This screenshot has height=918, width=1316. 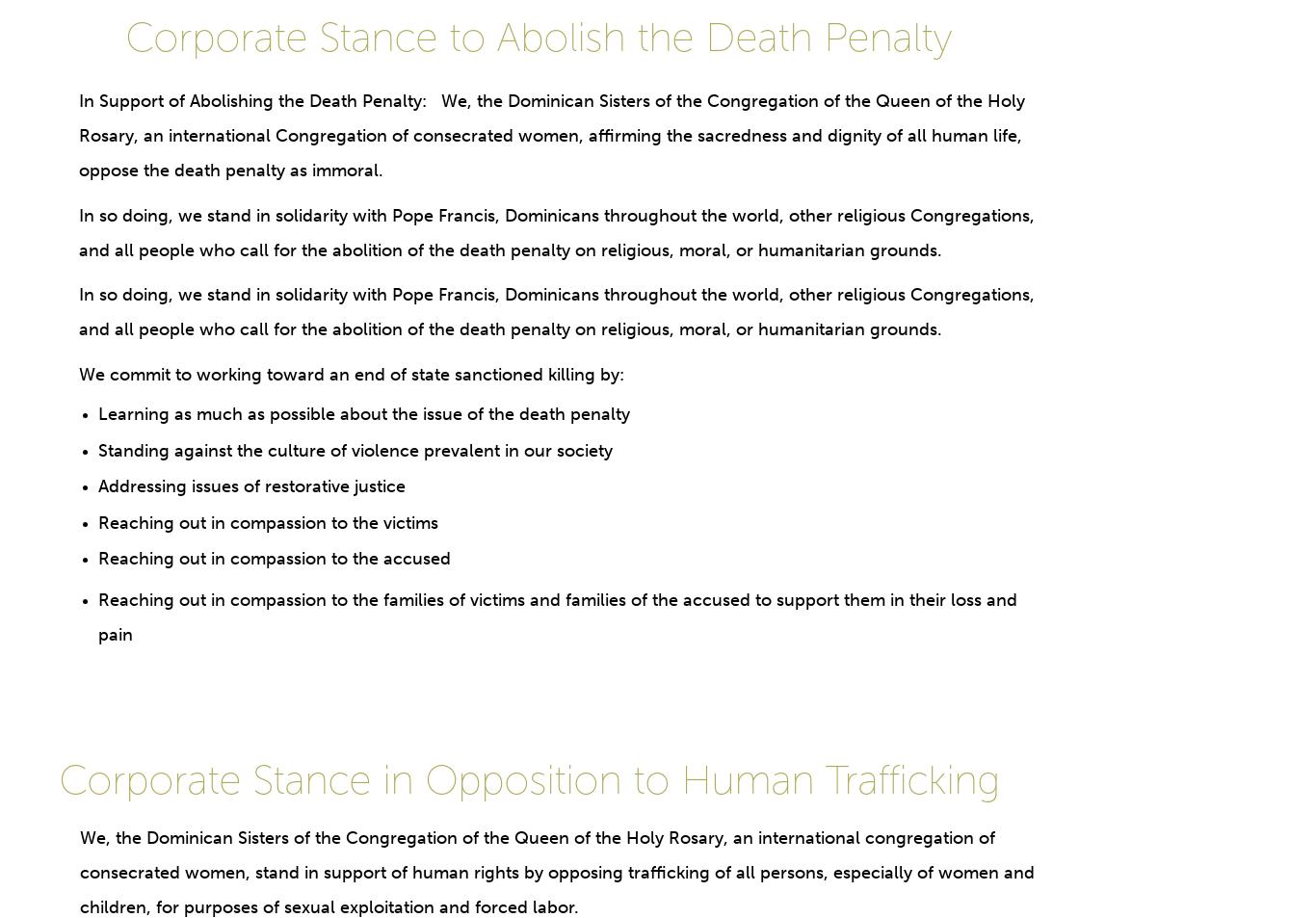 I want to click on 'Standing against the culture of violence prevalent in our society', so click(x=96, y=448).